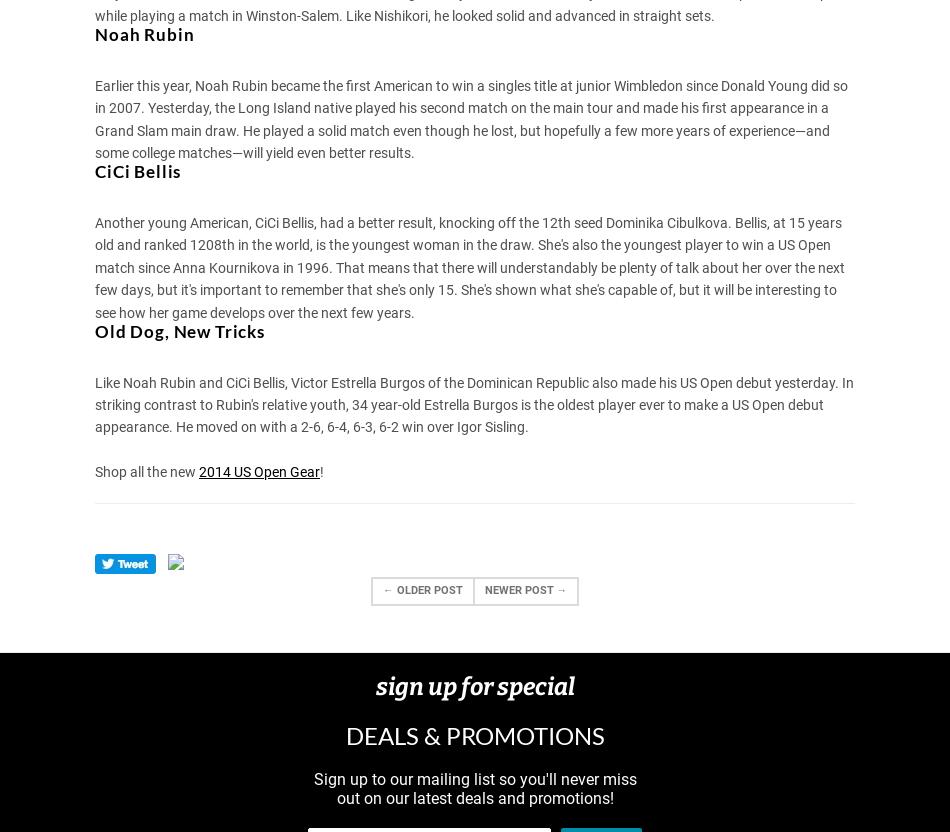 The image size is (950, 832). I want to click on 'Noah Rubin', so click(144, 34).